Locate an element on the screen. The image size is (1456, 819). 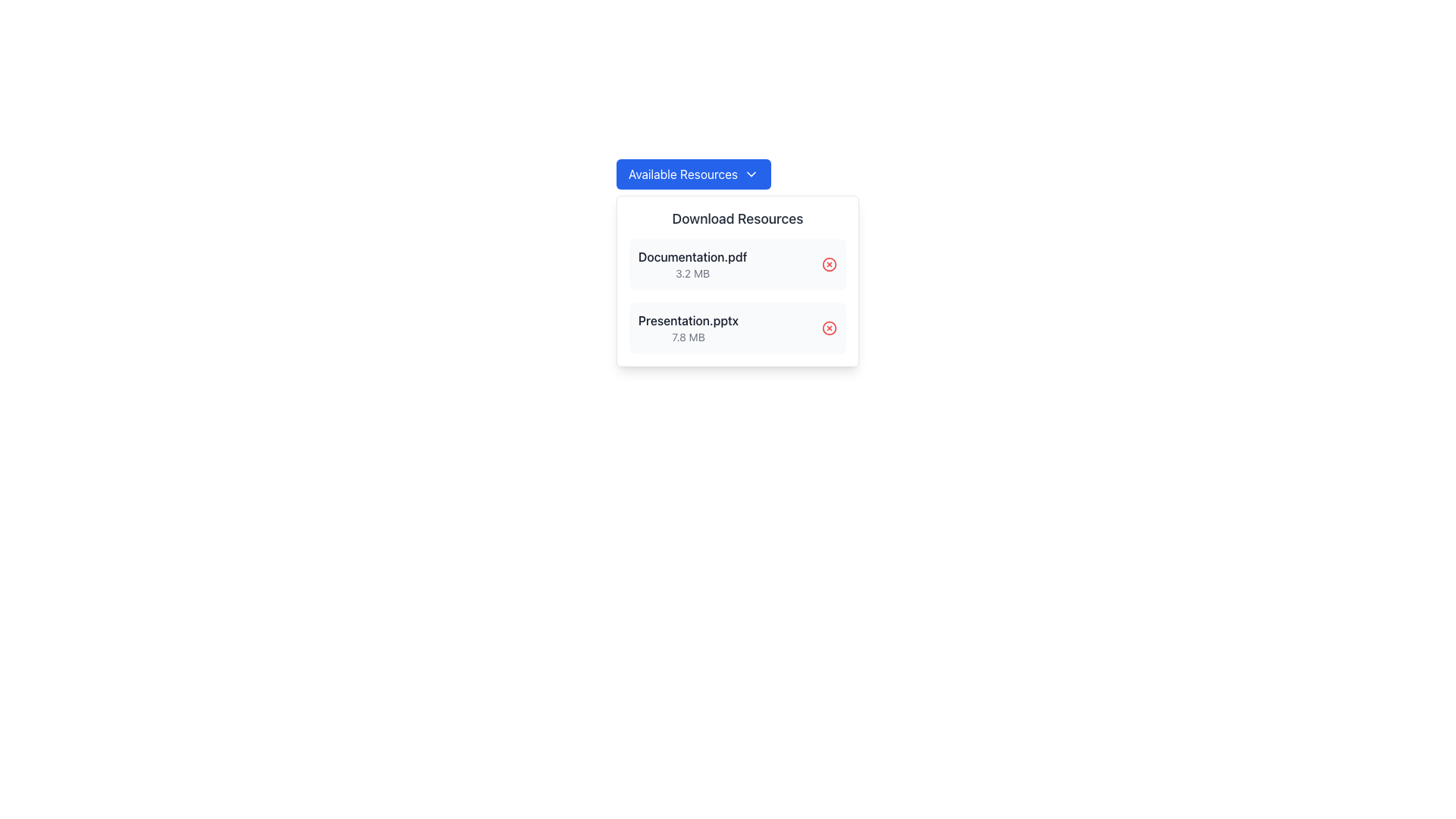
the text label displaying 'Presentation.pptx' in dark gray text, located under the 'Download Resources' section is located at coordinates (687, 320).